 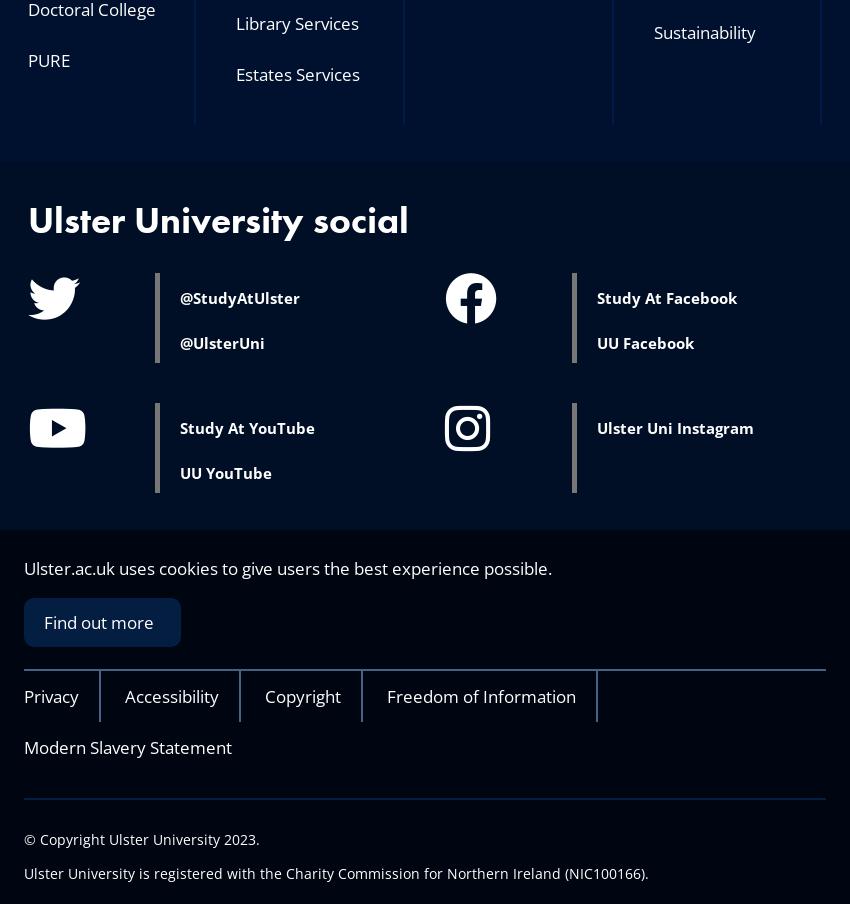 I want to click on 'Ulster.ac.uk uses cookies to give users the best experience possible.', so click(x=286, y=567).